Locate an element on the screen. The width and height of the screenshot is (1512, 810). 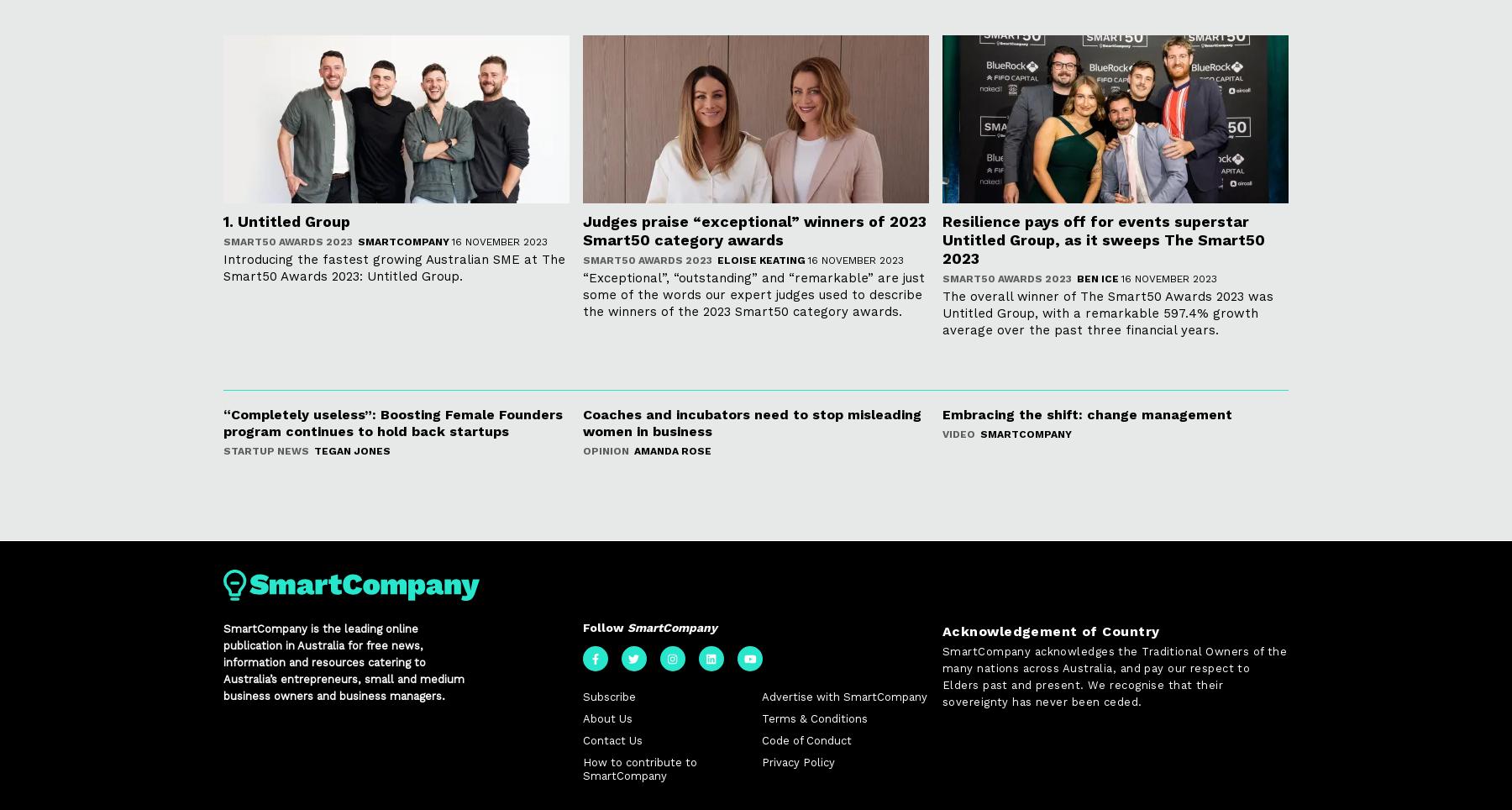
'Startup News' is located at coordinates (265, 451).